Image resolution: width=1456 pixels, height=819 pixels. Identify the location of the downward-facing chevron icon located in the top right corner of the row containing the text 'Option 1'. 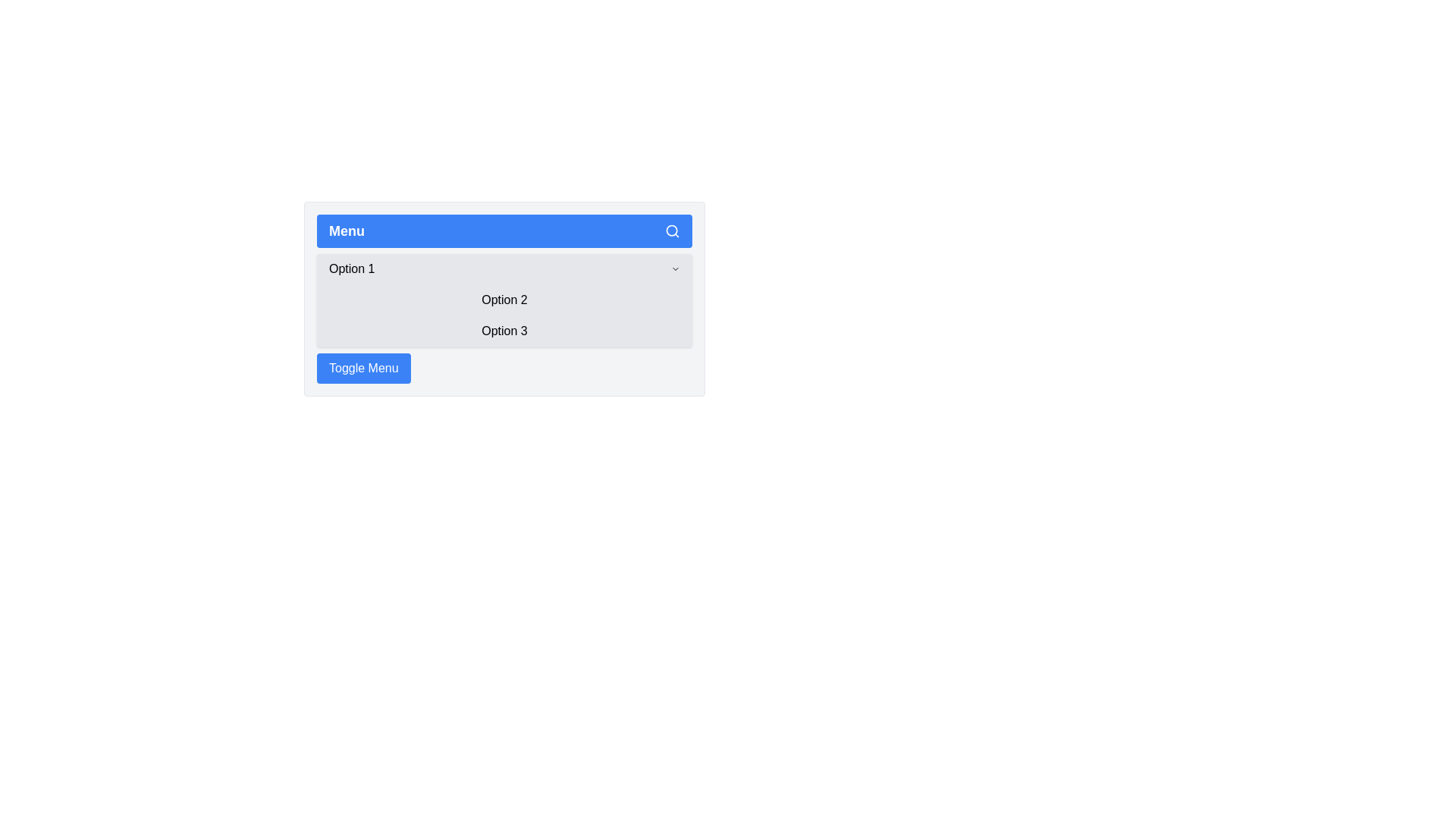
(675, 268).